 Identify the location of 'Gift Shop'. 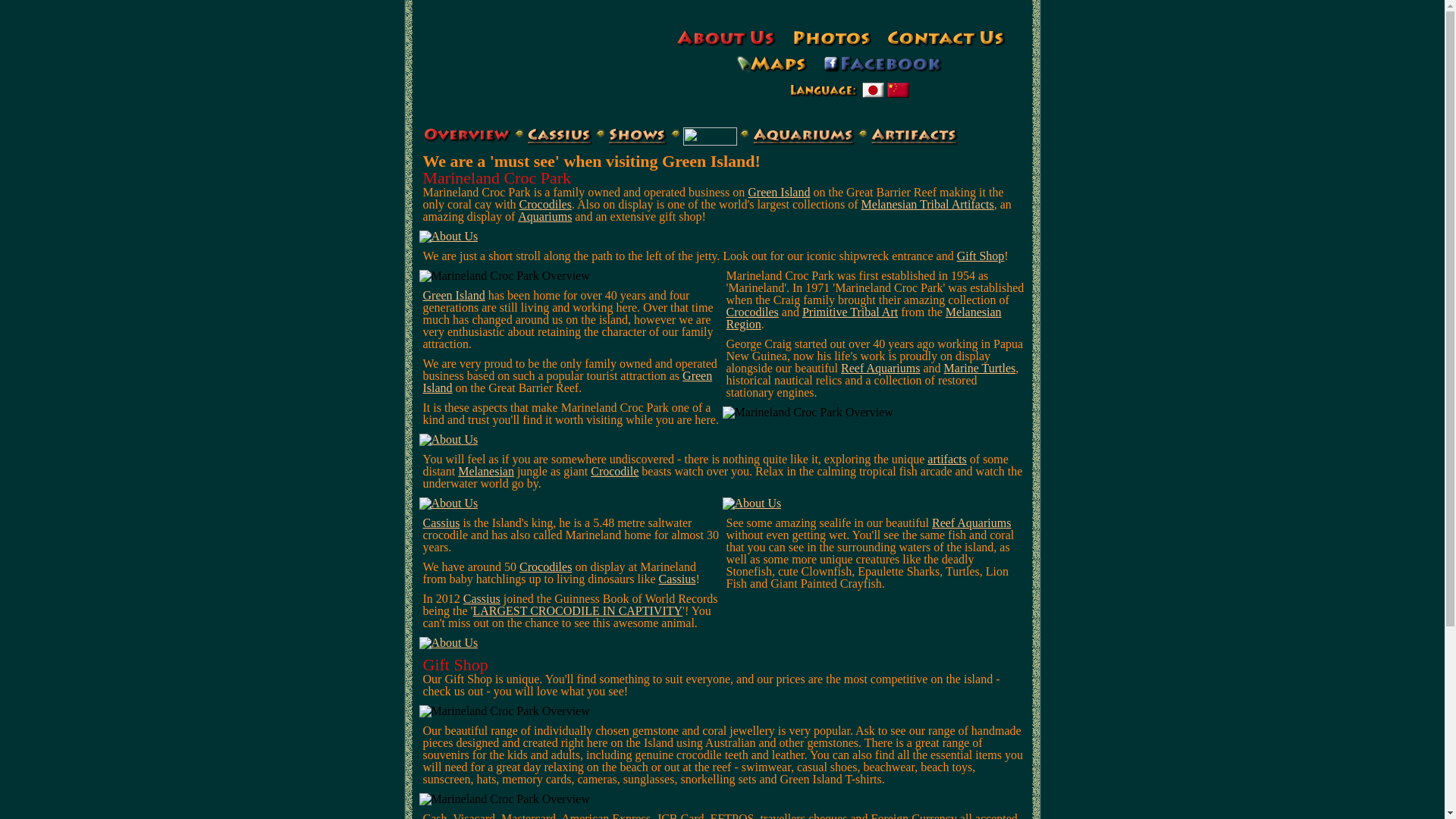
(981, 255).